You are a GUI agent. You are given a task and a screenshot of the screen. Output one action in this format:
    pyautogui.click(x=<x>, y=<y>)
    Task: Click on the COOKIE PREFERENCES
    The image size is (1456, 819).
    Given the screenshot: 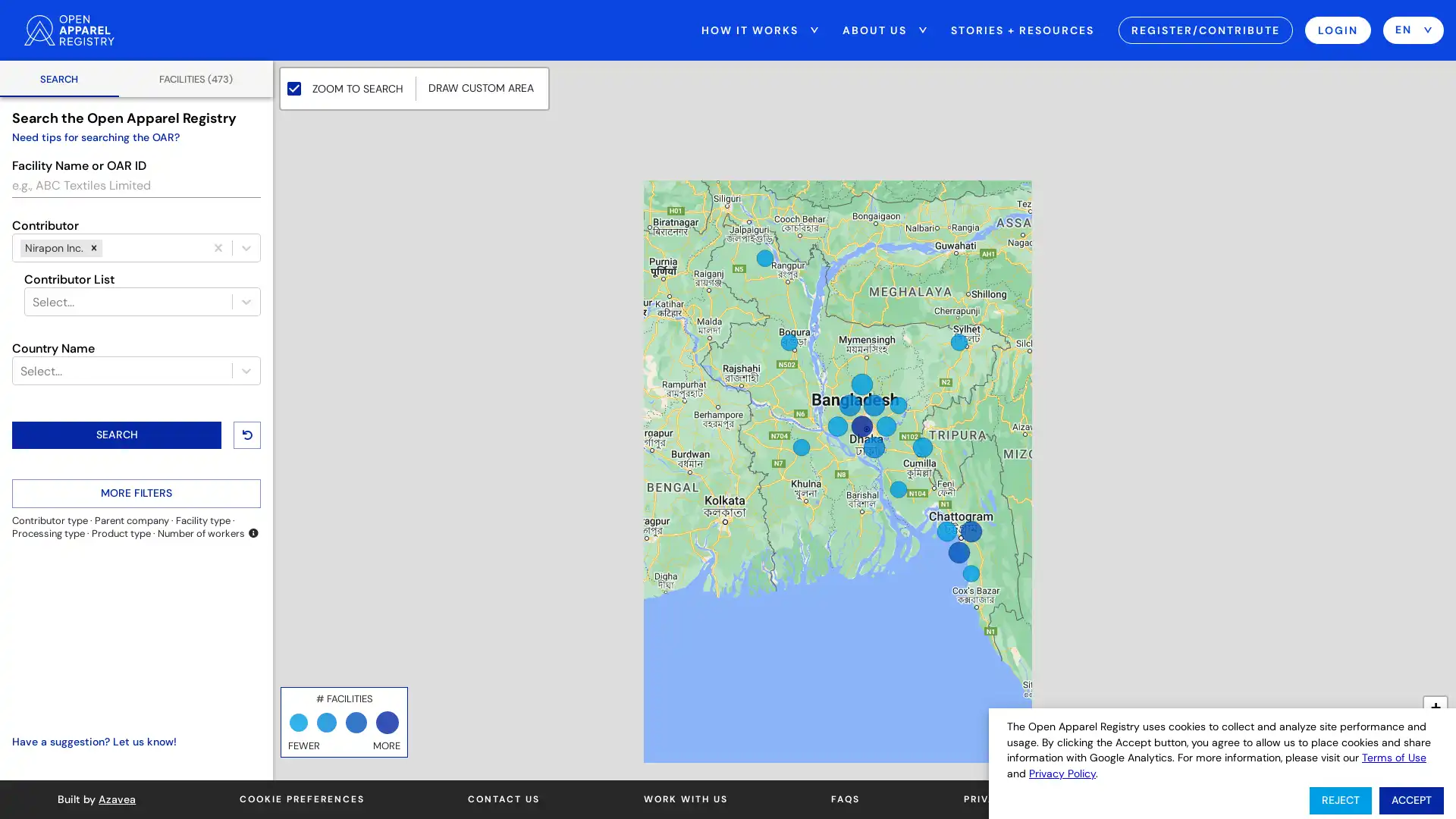 What is the action you would take?
    pyautogui.click(x=301, y=798)
    